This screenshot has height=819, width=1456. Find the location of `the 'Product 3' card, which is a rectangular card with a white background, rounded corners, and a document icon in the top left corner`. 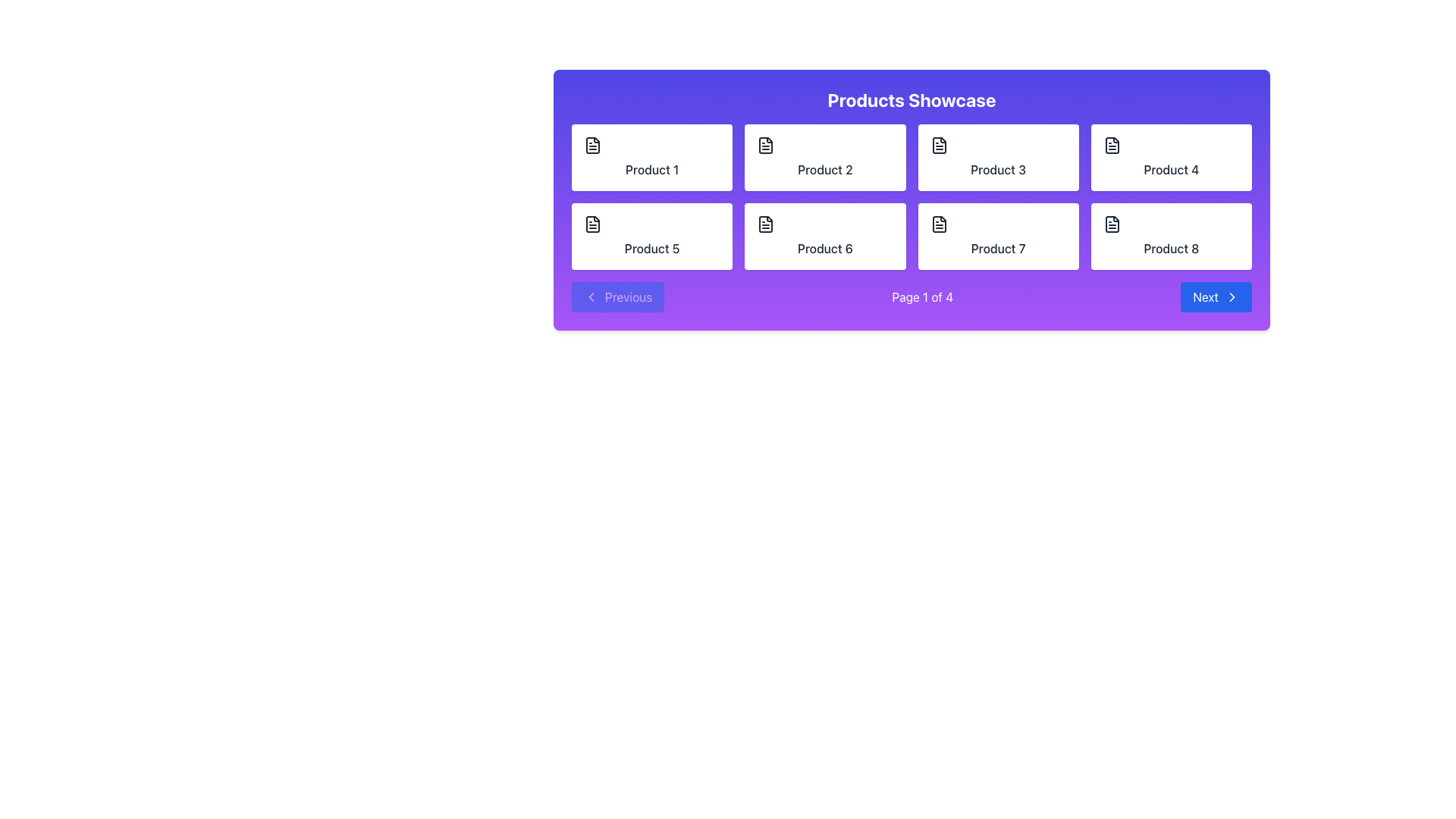

the 'Product 3' card, which is a rectangular card with a white background, rounded corners, and a document icon in the top left corner is located at coordinates (998, 158).